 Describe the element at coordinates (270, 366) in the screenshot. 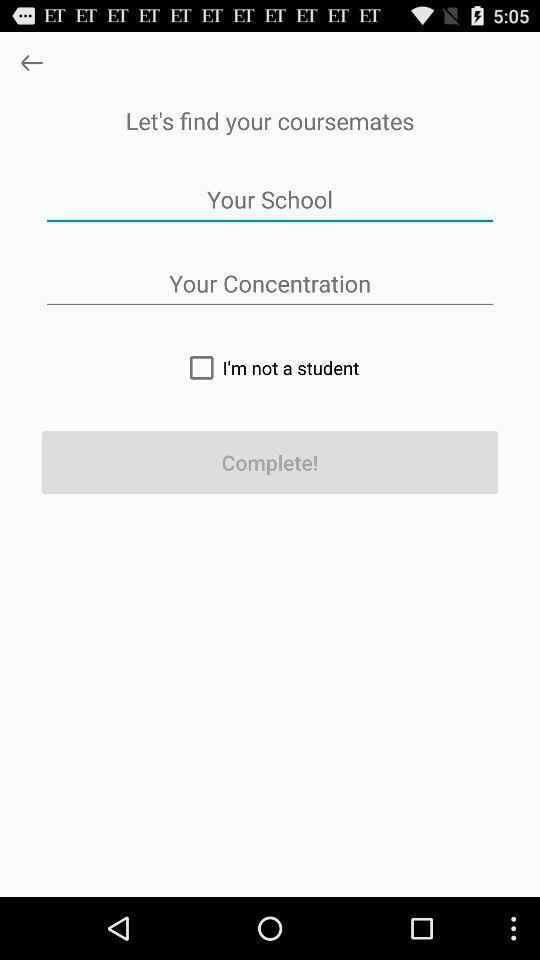

I see `the icon above complete! icon` at that location.